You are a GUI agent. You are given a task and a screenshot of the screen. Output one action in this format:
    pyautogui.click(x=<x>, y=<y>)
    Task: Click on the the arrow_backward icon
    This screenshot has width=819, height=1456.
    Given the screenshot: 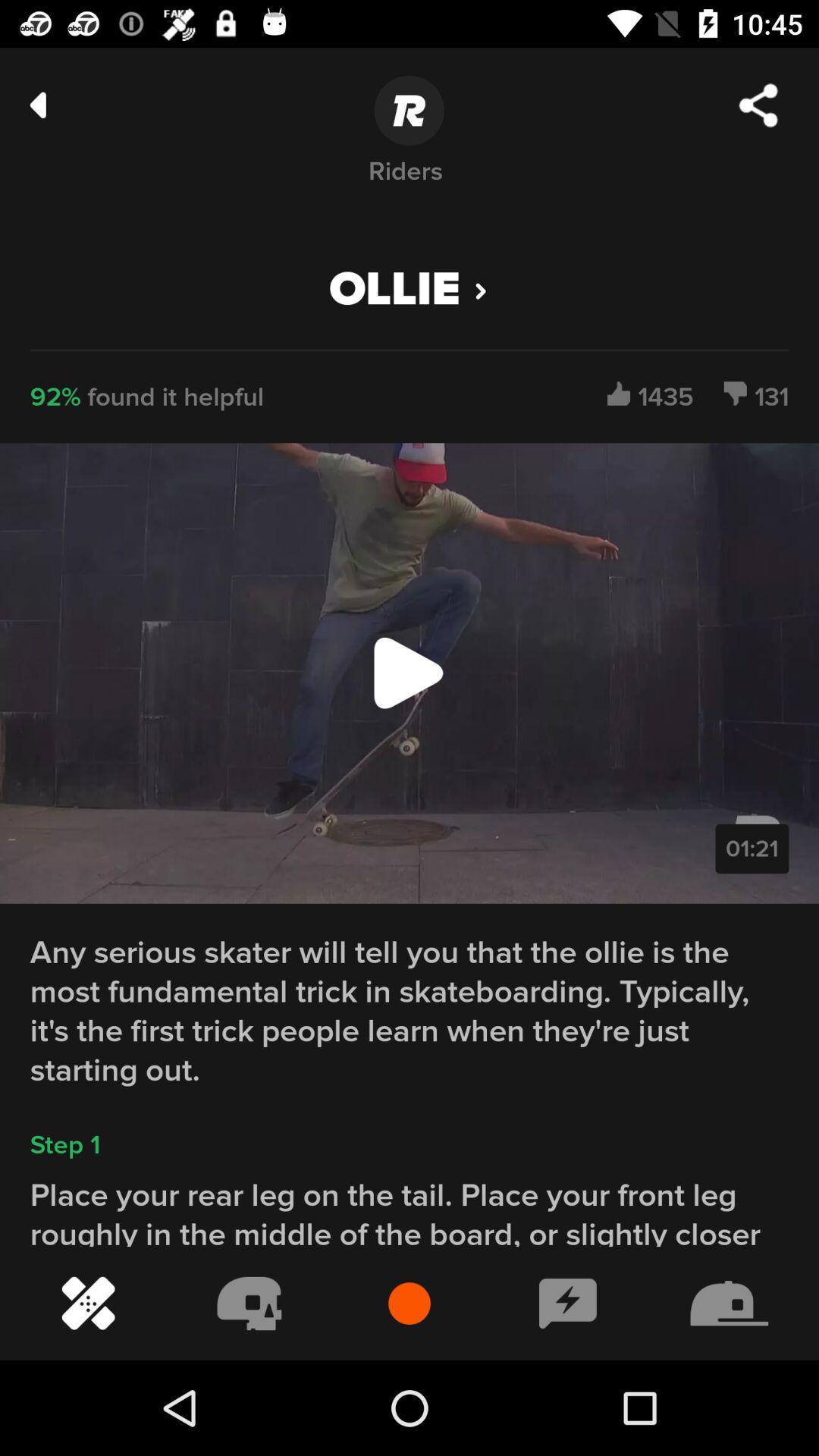 What is the action you would take?
    pyautogui.click(x=37, y=104)
    